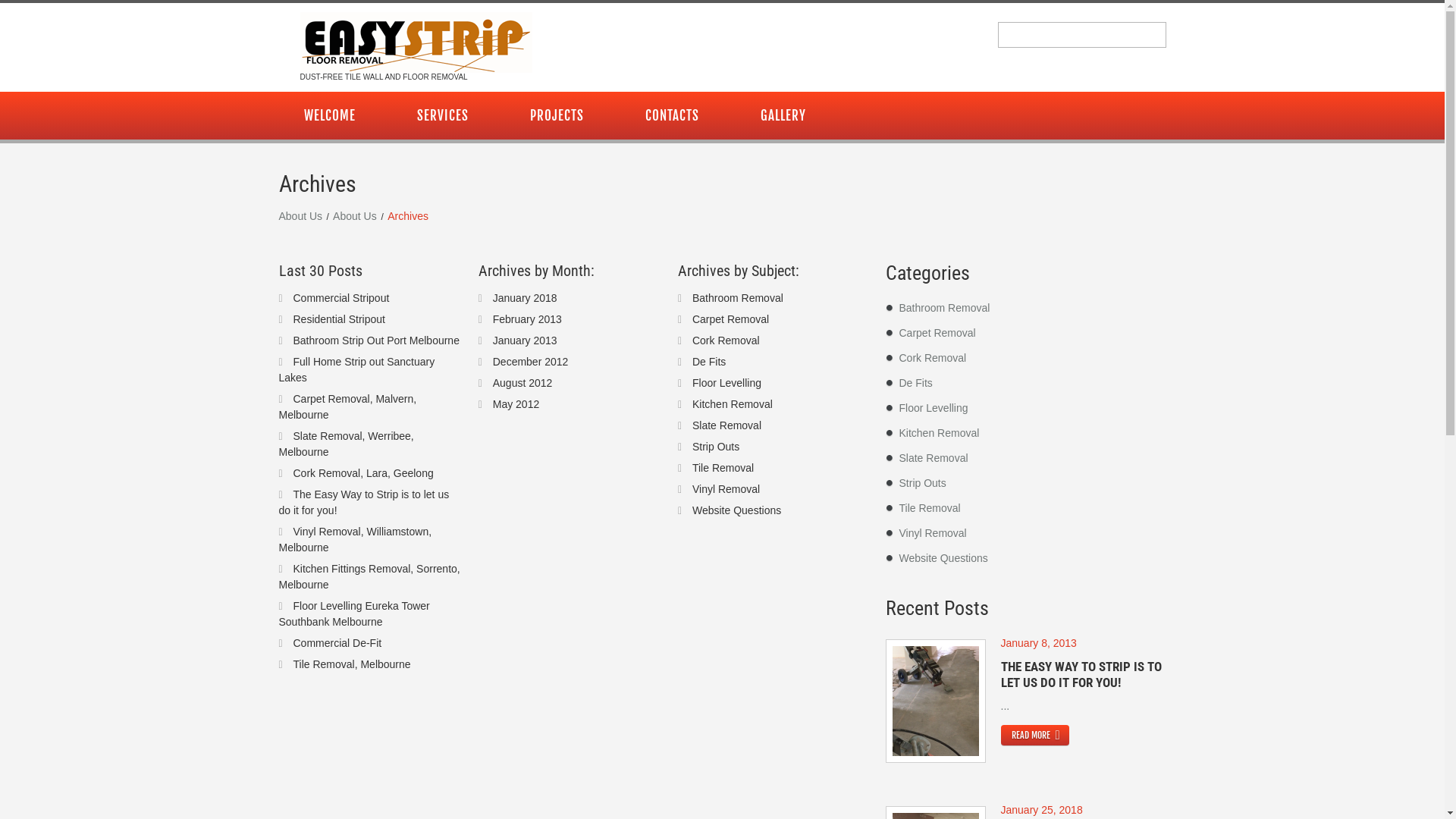 Image resolution: width=1456 pixels, height=819 pixels. What do you see at coordinates (336, 643) in the screenshot?
I see `'Commercial De-Fit'` at bounding box center [336, 643].